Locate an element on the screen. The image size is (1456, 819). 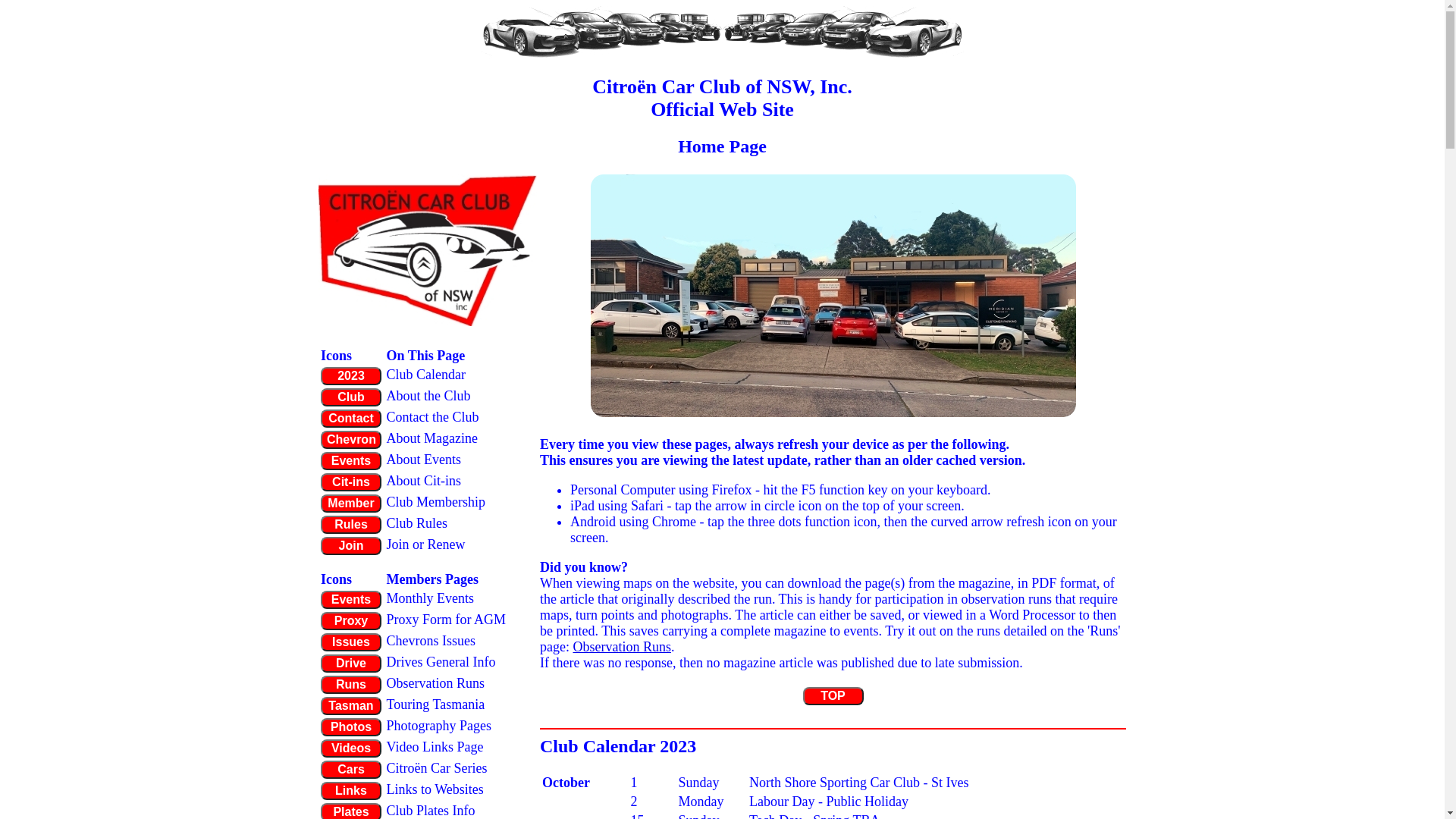
'Club' is located at coordinates (319, 397).